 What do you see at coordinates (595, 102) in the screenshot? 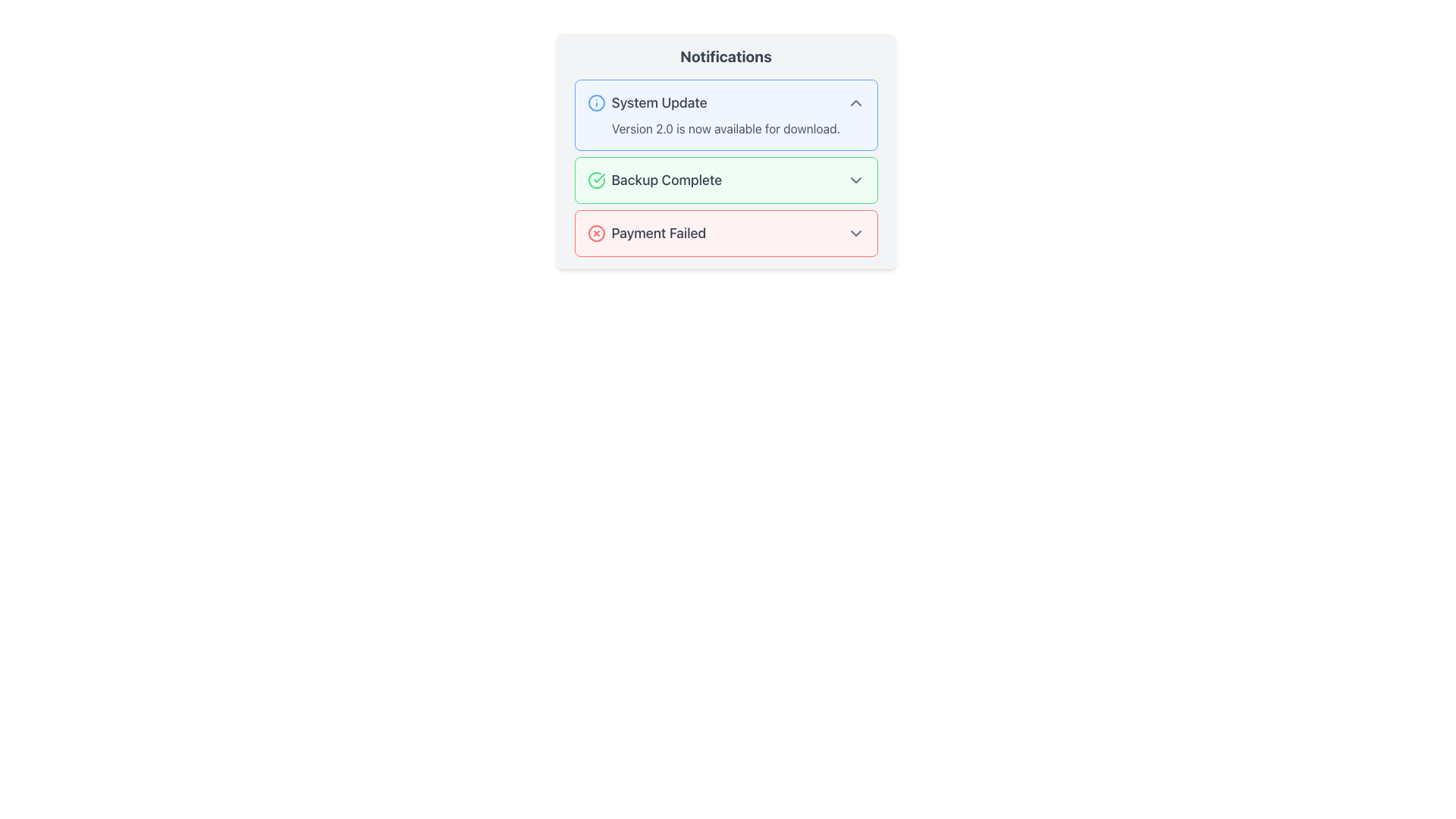
I see `the decorative or status indicator icon associated with the 'System Update' notification, located to the left of the 'System Update' text in the first notification card` at bounding box center [595, 102].